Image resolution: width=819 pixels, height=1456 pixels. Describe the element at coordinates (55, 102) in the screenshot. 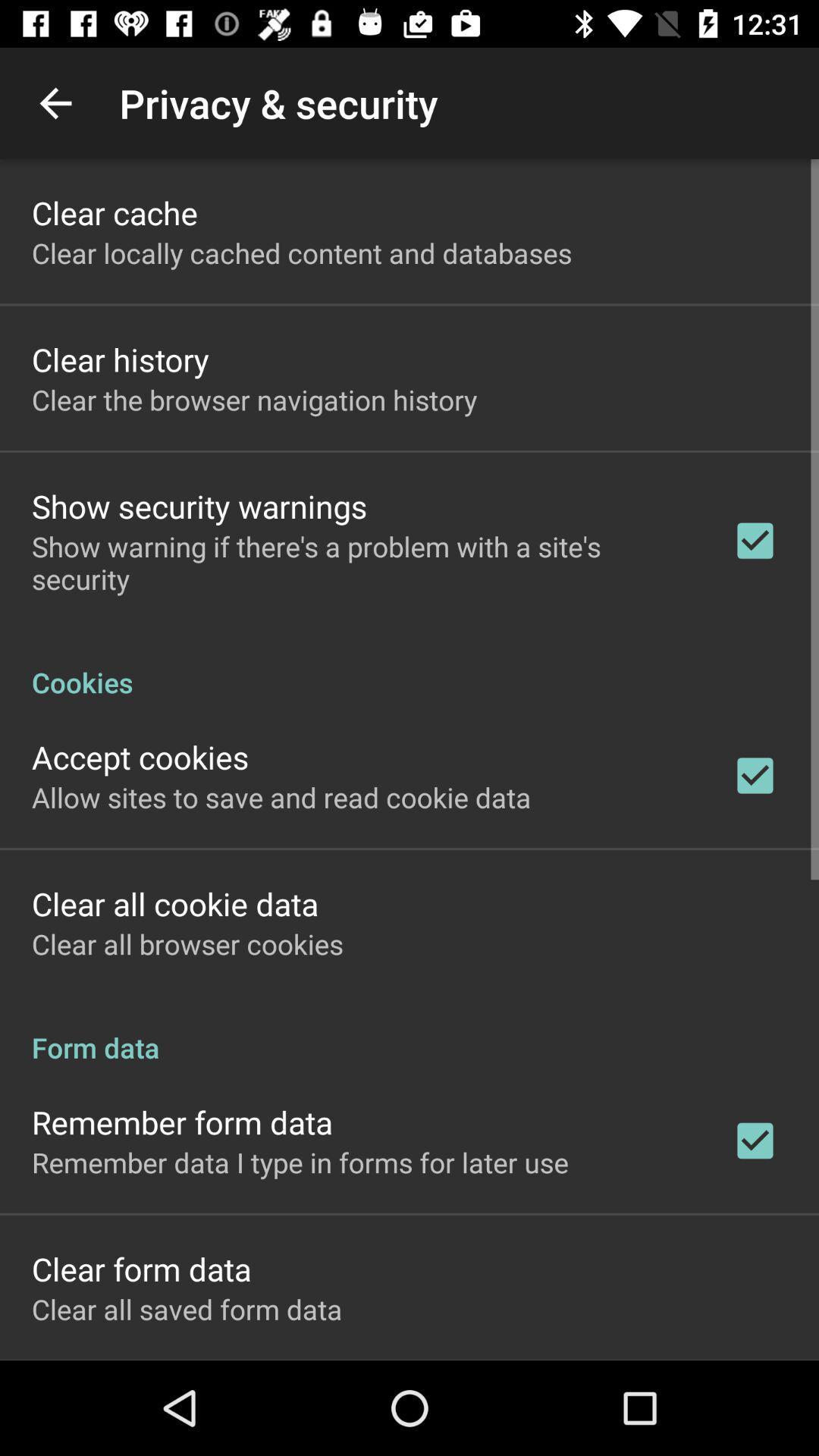

I see `item above clear cache item` at that location.